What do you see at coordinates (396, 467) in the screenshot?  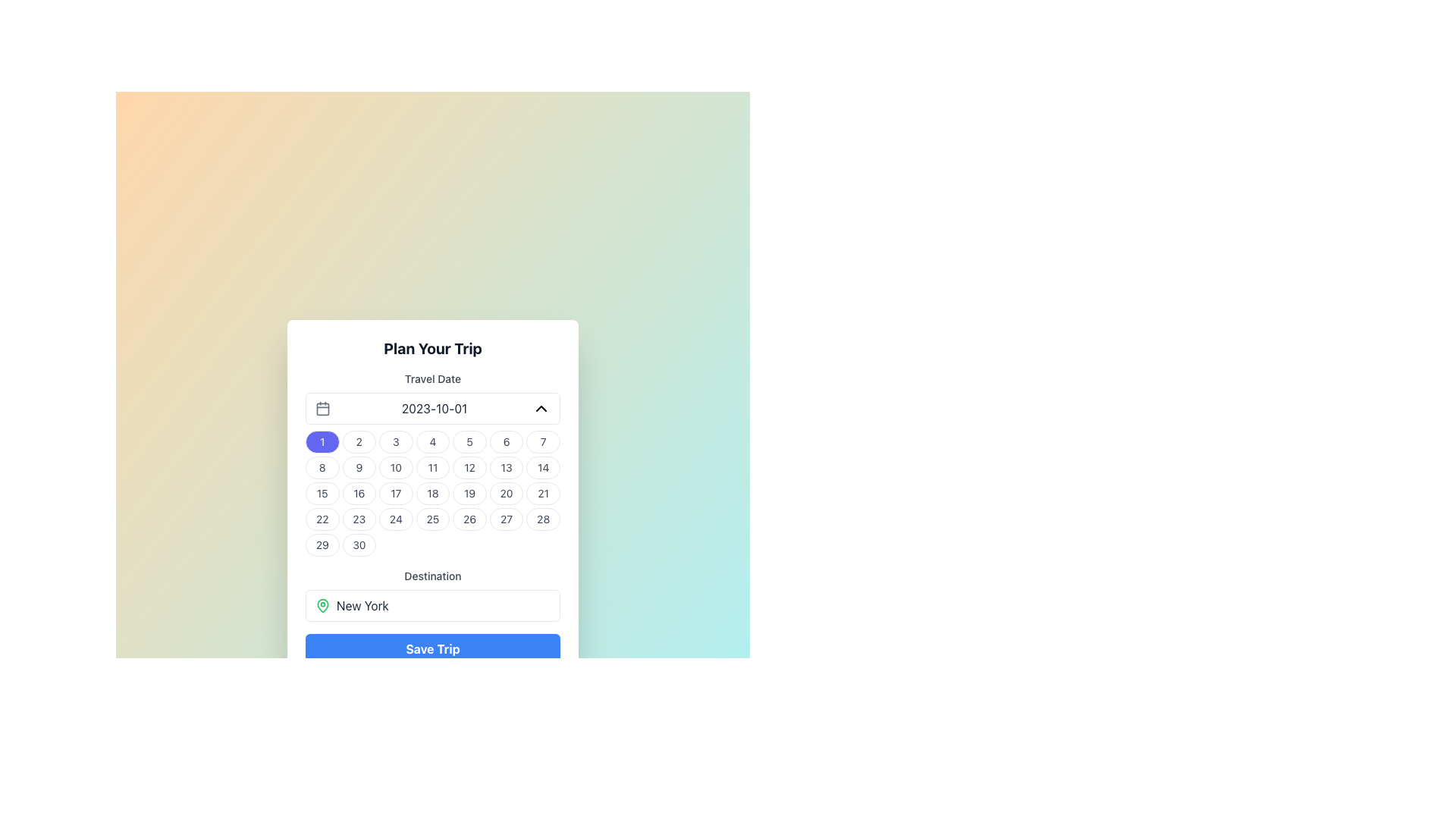 I see `the selectable calendar day button, which is the third item in the second row of a 7-column grid layout within a booking interface` at bounding box center [396, 467].